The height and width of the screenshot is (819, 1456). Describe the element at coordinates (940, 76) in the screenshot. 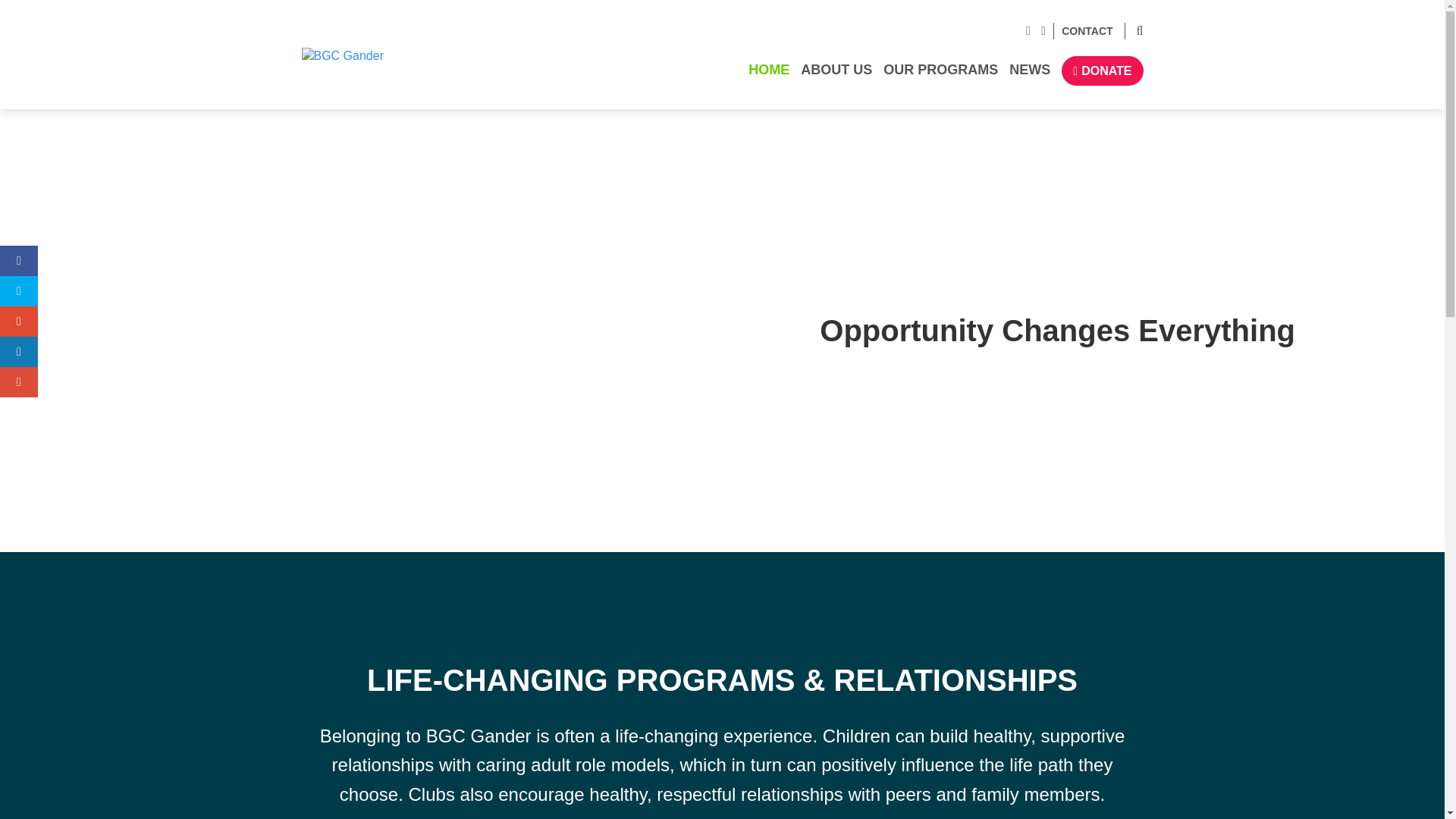

I see `'OUR PROGRAMS'` at that location.